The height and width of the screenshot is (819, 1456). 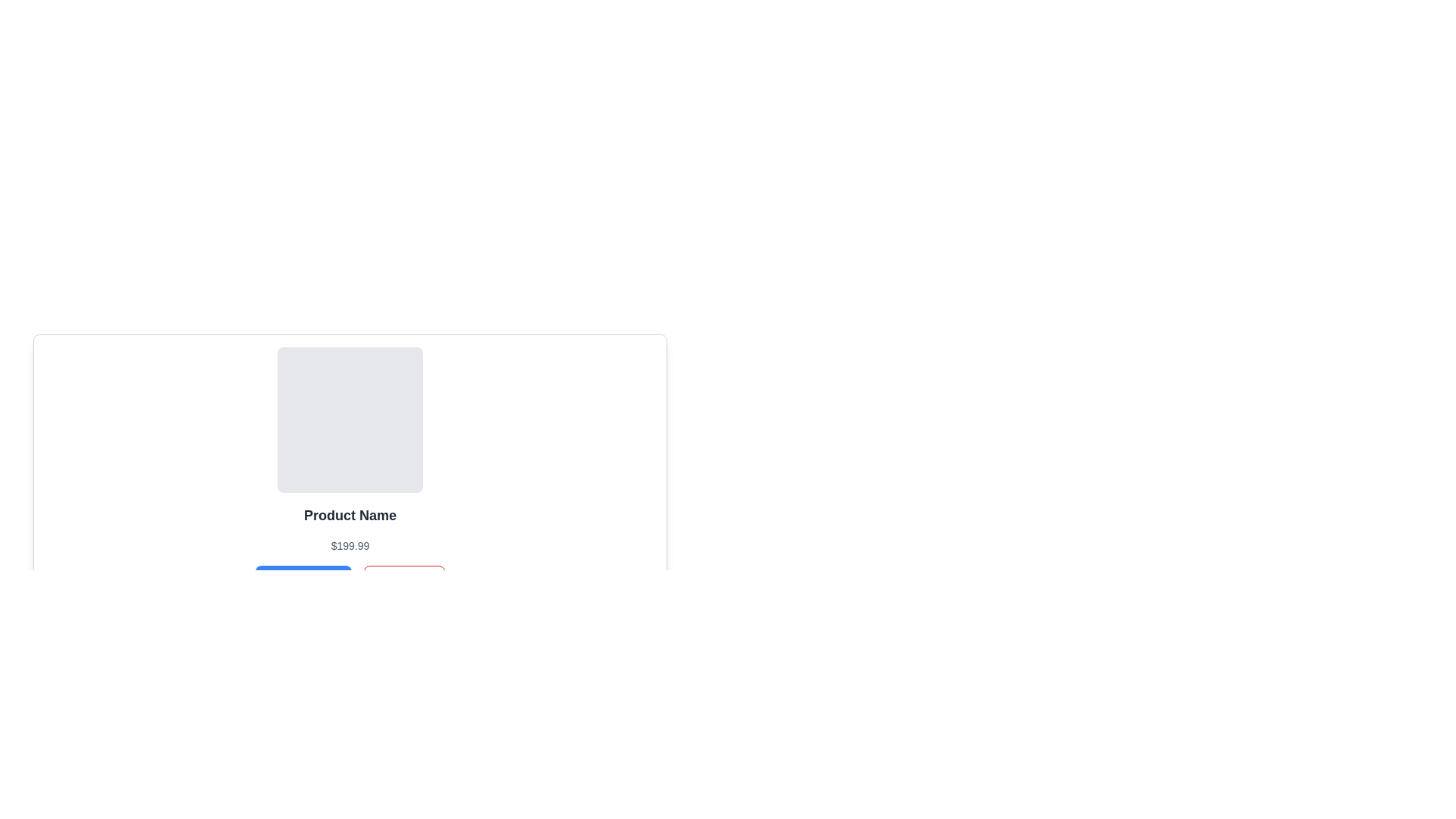 What do you see at coordinates (404, 579) in the screenshot?
I see `the 'Wishlist' button, which has a red border and a heart icon, located to the right of the 'Add to Cart' button under the product details` at bounding box center [404, 579].